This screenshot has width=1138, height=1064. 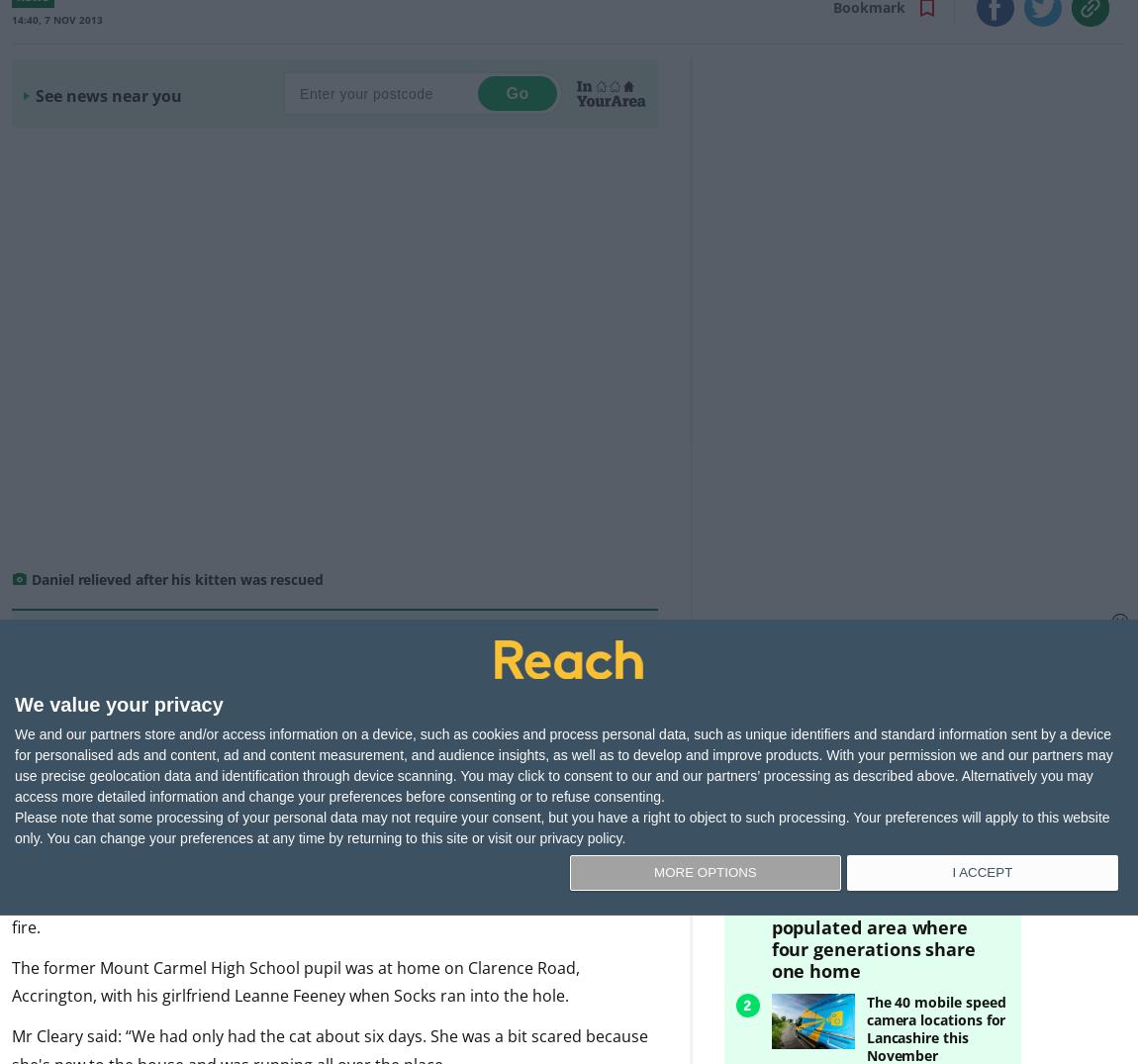 What do you see at coordinates (882, 903) in the screenshot?
I see `'Life in Lancashire's most populated area where four generations share one home'` at bounding box center [882, 903].